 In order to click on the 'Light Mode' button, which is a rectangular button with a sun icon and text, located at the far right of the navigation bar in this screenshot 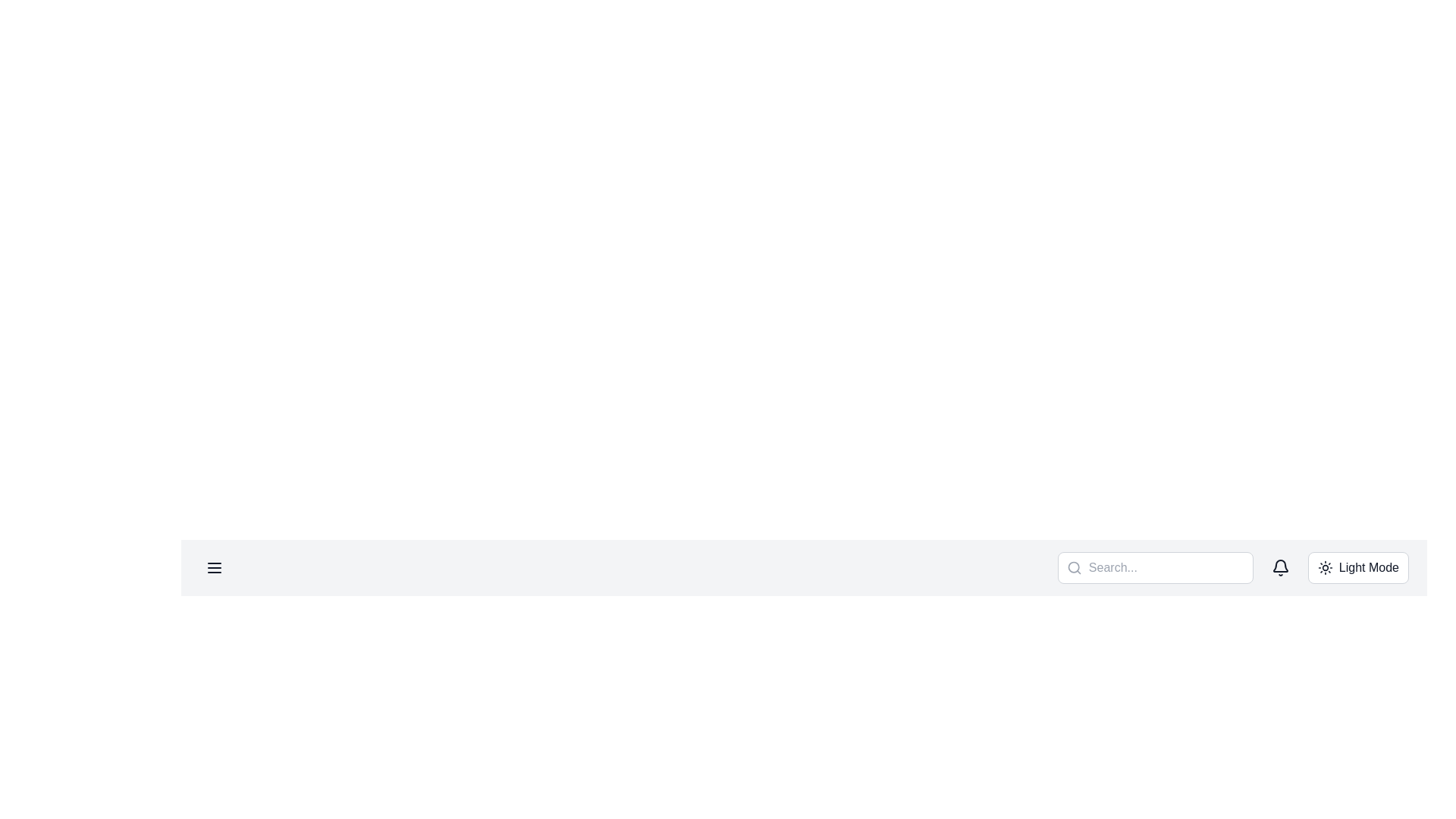, I will do `click(1358, 567)`.